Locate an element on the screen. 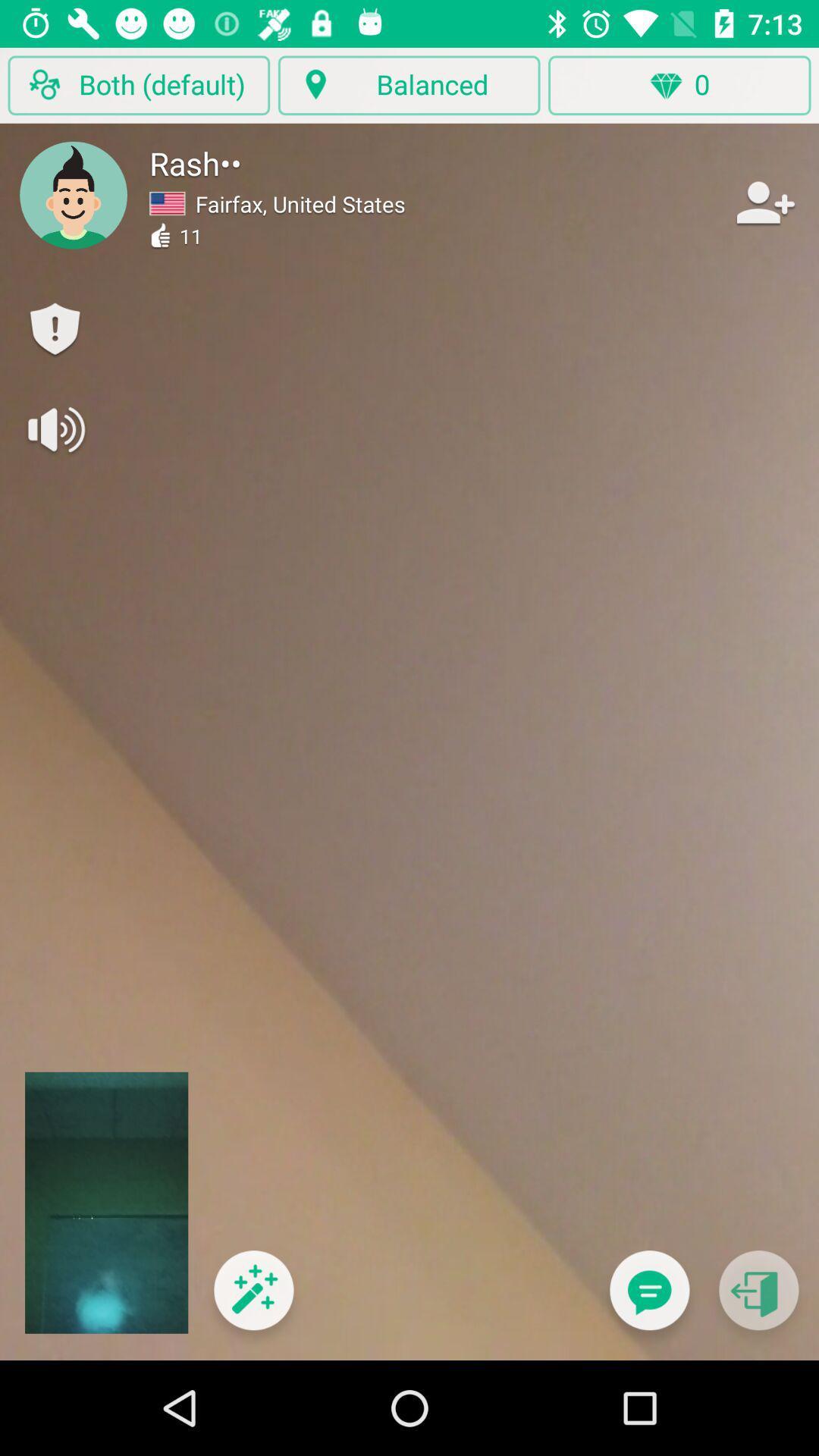 This screenshot has width=819, height=1456. item at the bottom left corner is located at coordinates (253, 1299).